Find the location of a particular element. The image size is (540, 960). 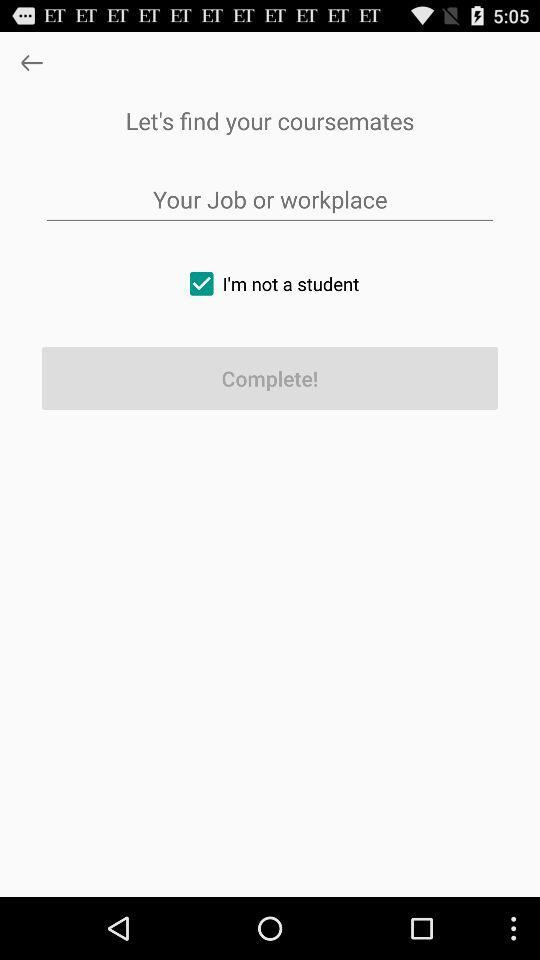

data is located at coordinates (270, 199).